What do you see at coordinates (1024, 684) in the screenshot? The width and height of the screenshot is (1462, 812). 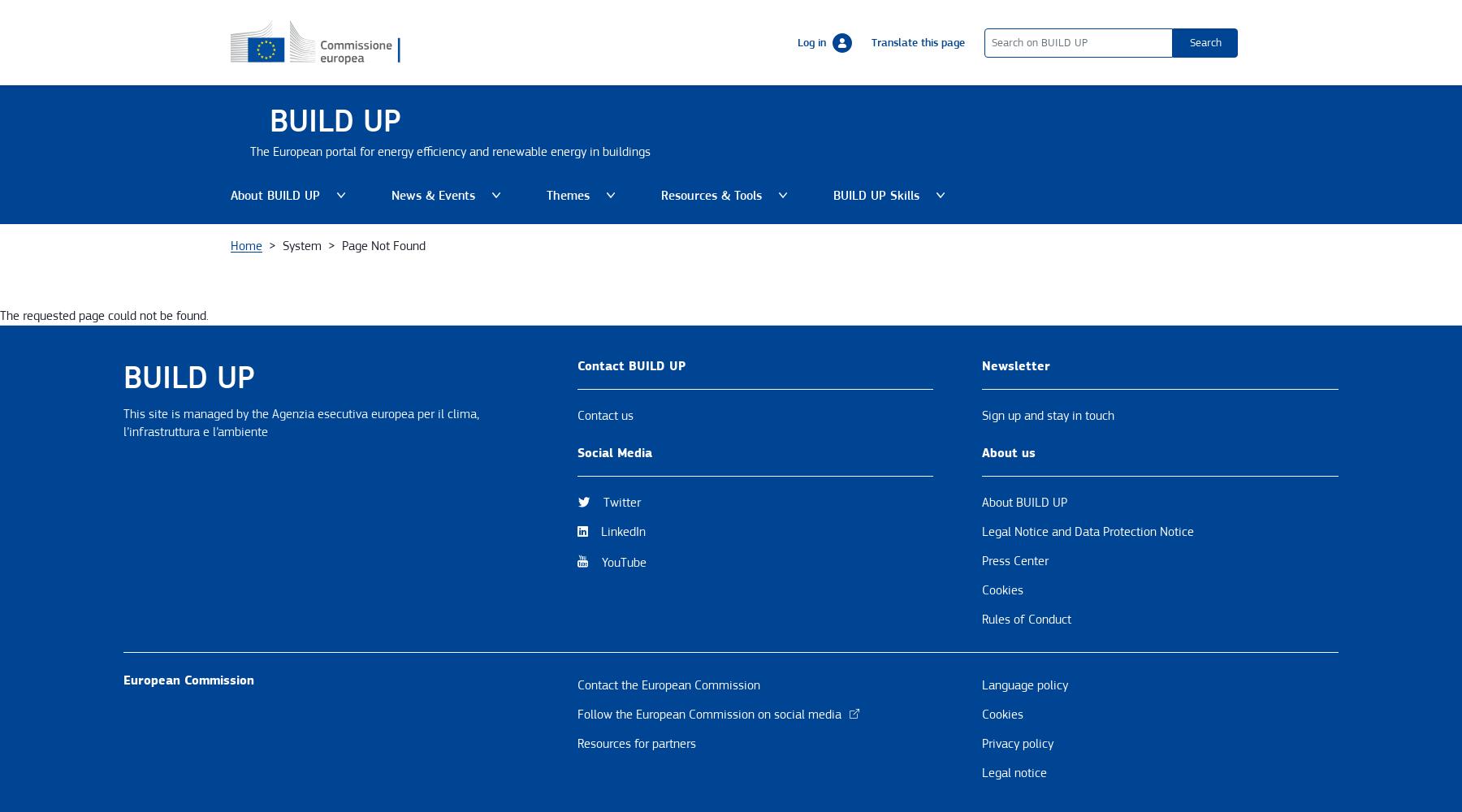 I see `'Language policy'` at bounding box center [1024, 684].